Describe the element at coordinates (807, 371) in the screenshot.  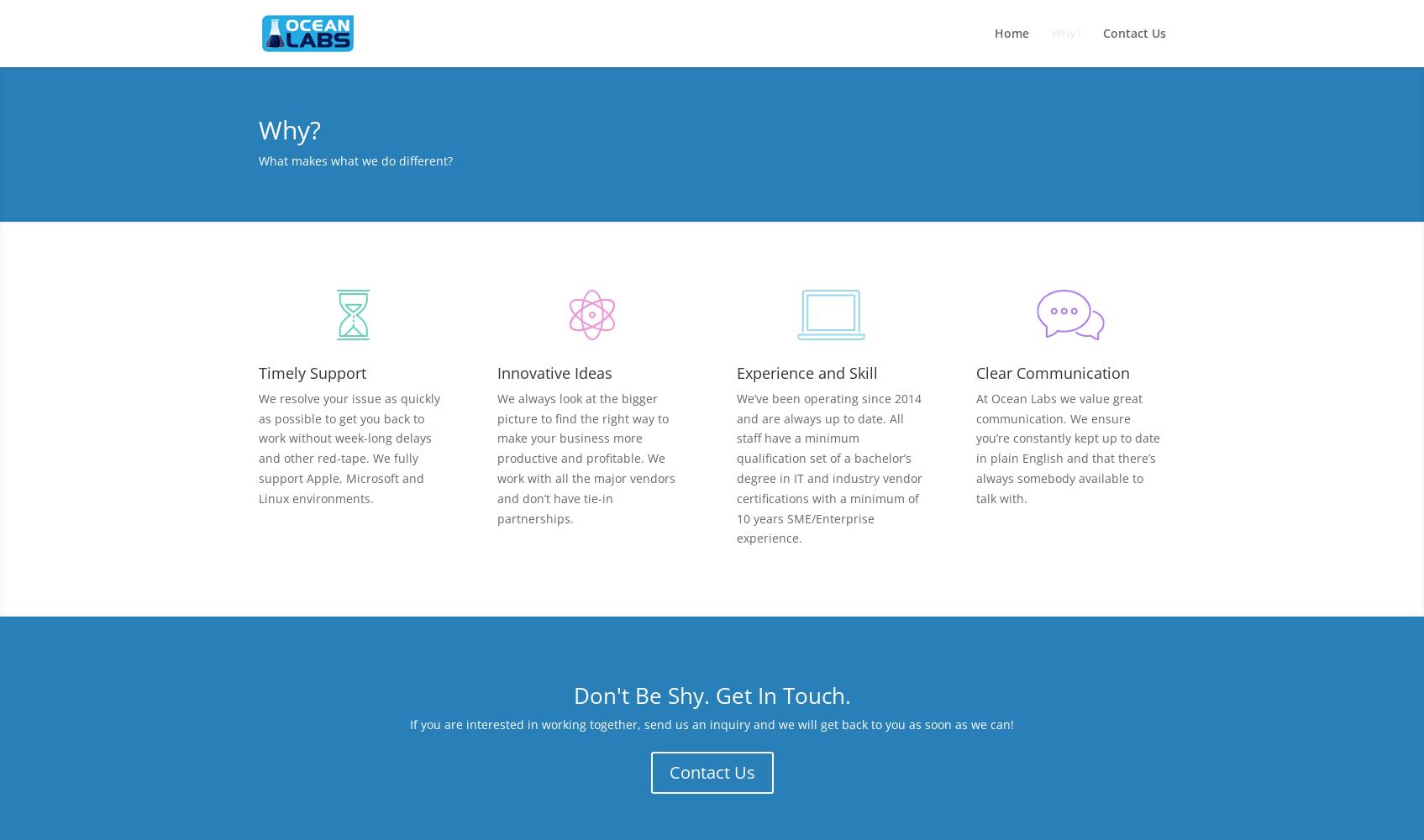
I see `'Experience and Skill'` at that location.